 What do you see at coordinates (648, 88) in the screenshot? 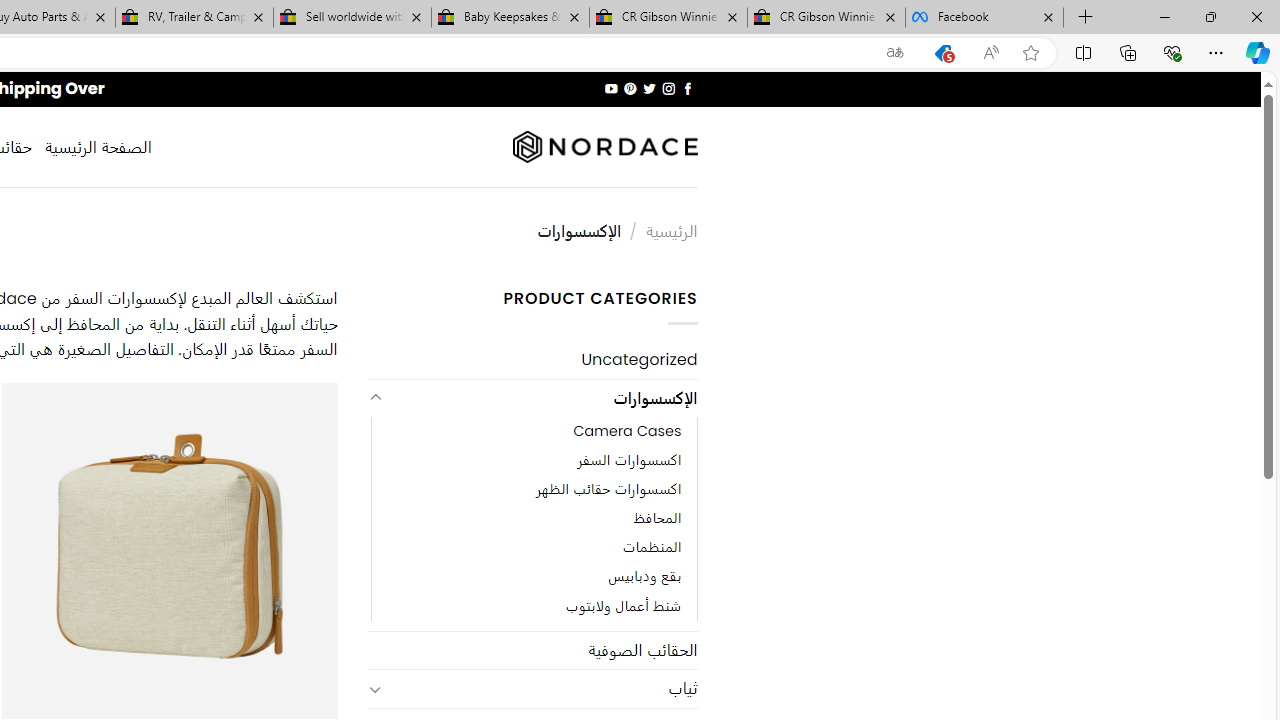
I see `'Follow on Twitter'` at bounding box center [648, 88].